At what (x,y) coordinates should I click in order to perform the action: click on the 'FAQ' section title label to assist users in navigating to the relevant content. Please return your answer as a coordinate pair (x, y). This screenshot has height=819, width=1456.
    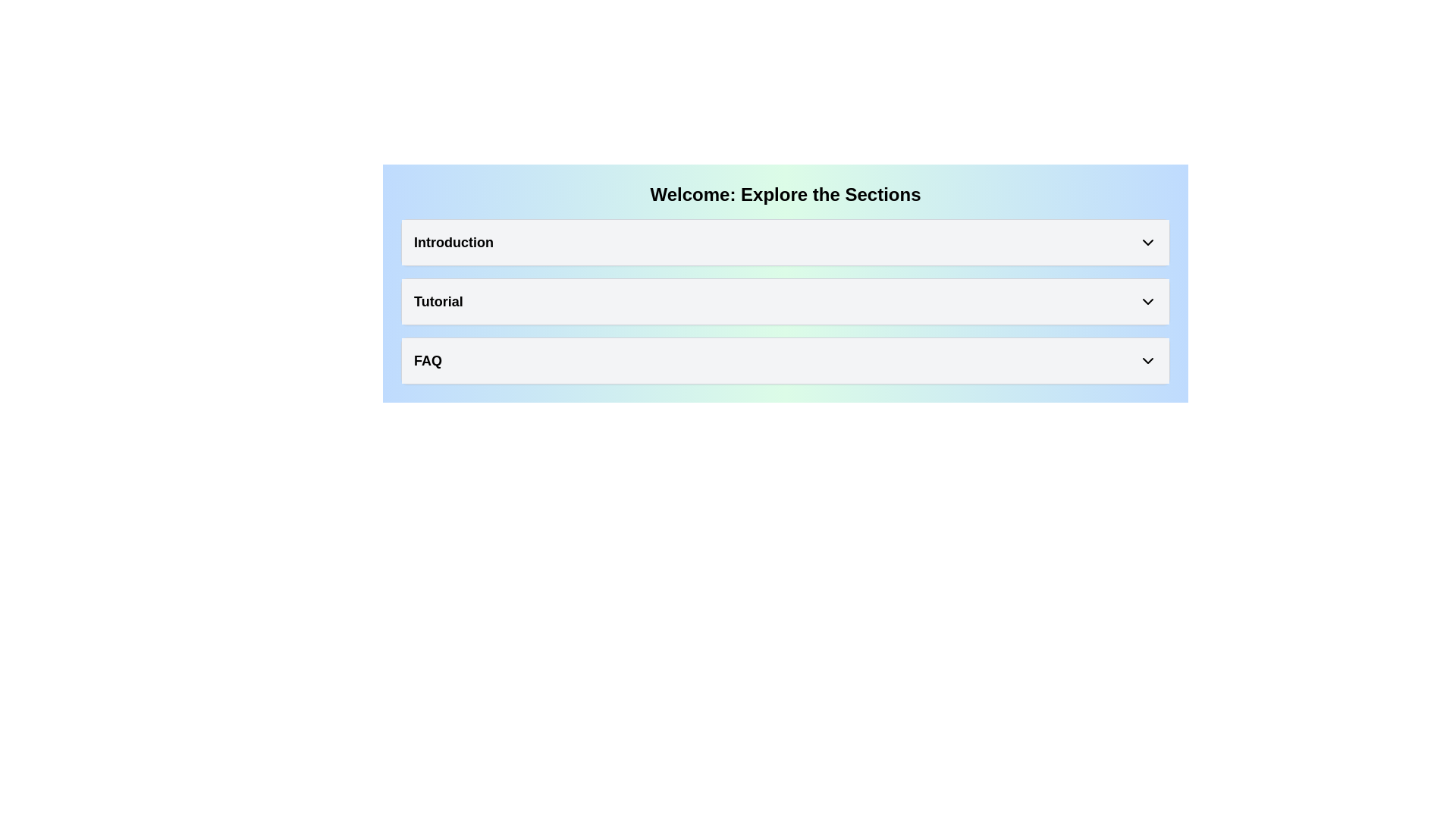
    Looking at the image, I should click on (427, 360).